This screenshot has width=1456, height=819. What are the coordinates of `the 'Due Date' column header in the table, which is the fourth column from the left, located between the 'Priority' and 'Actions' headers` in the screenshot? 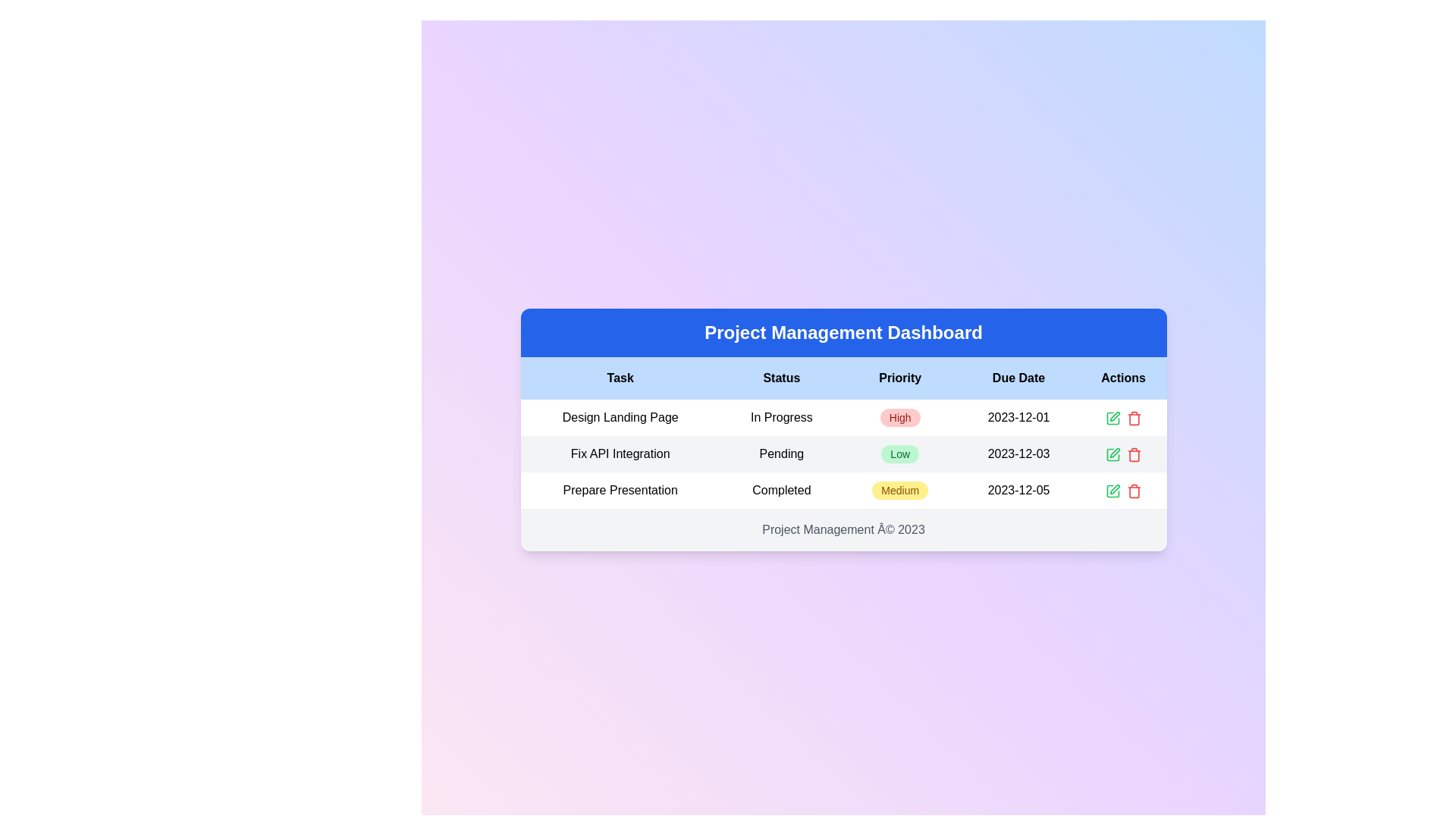 It's located at (1018, 377).